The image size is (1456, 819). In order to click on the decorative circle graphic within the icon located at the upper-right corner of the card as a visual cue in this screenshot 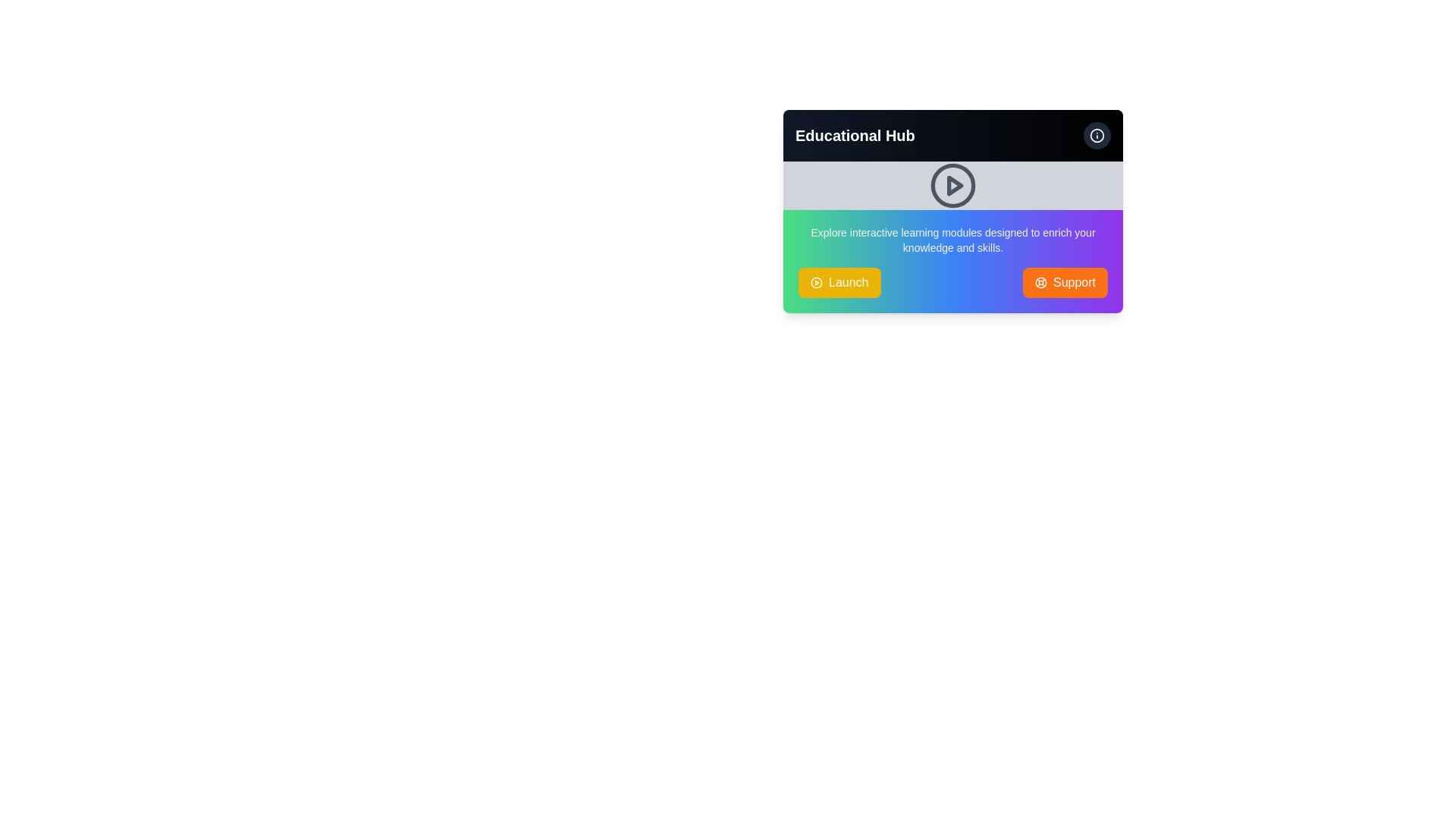, I will do `click(1097, 134)`.